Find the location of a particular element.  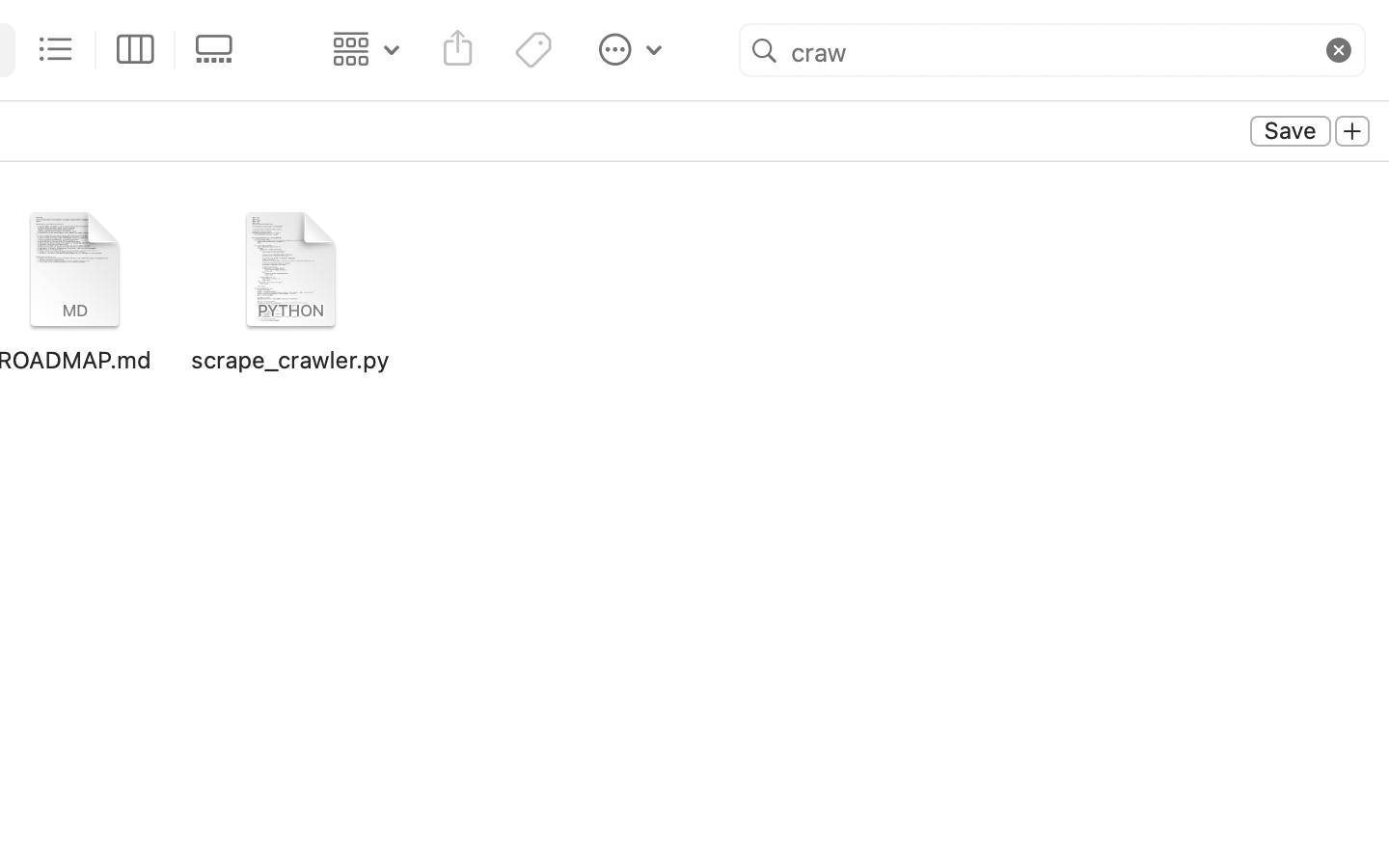

'craw' is located at coordinates (1050, 50).